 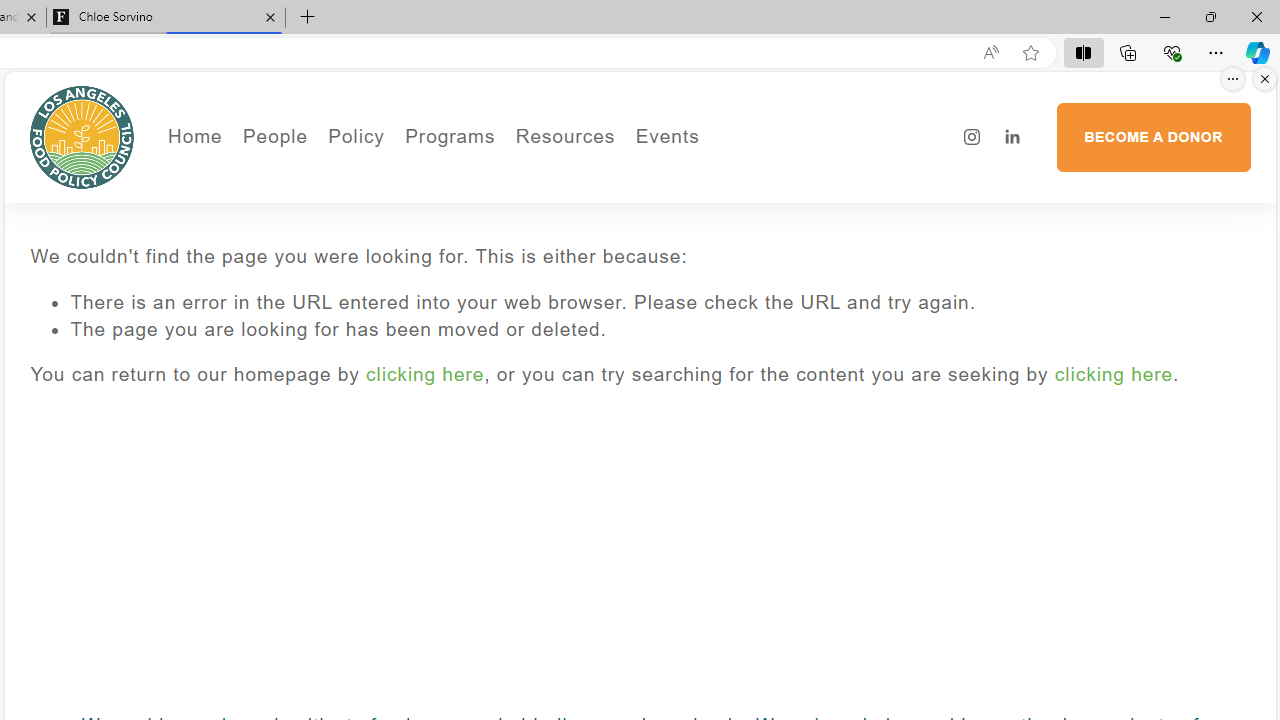 What do you see at coordinates (80, 135) in the screenshot?
I see `'Los Angeles Food Policy Council'` at bounding box center [80, 135].